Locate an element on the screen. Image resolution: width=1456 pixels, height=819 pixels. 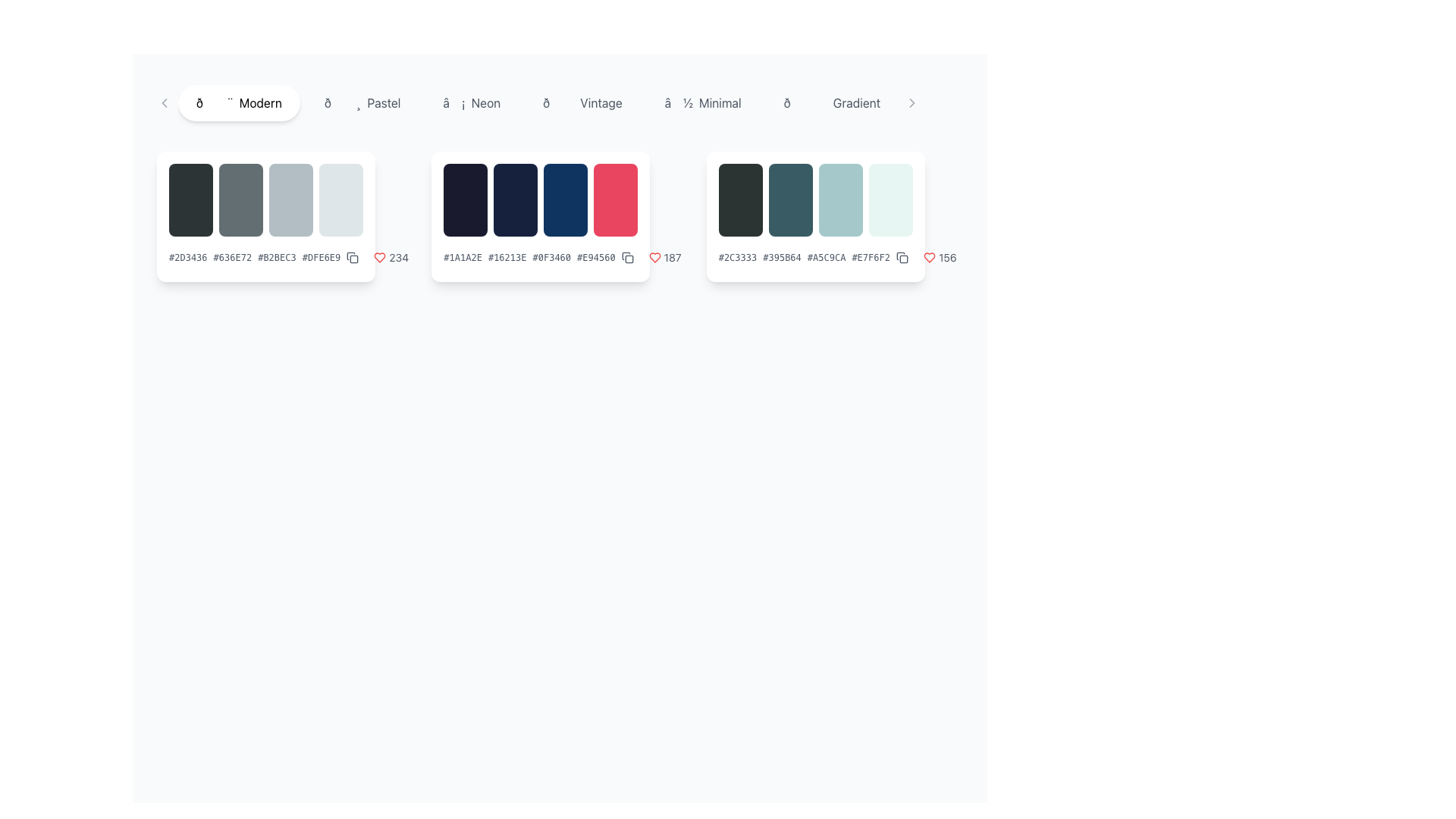
the static text label that provides the hexadecimal code representation of the associated color, located between the elements displaying '#2C3333' and '#A5C9CA' is located at coordinates (782, 256).